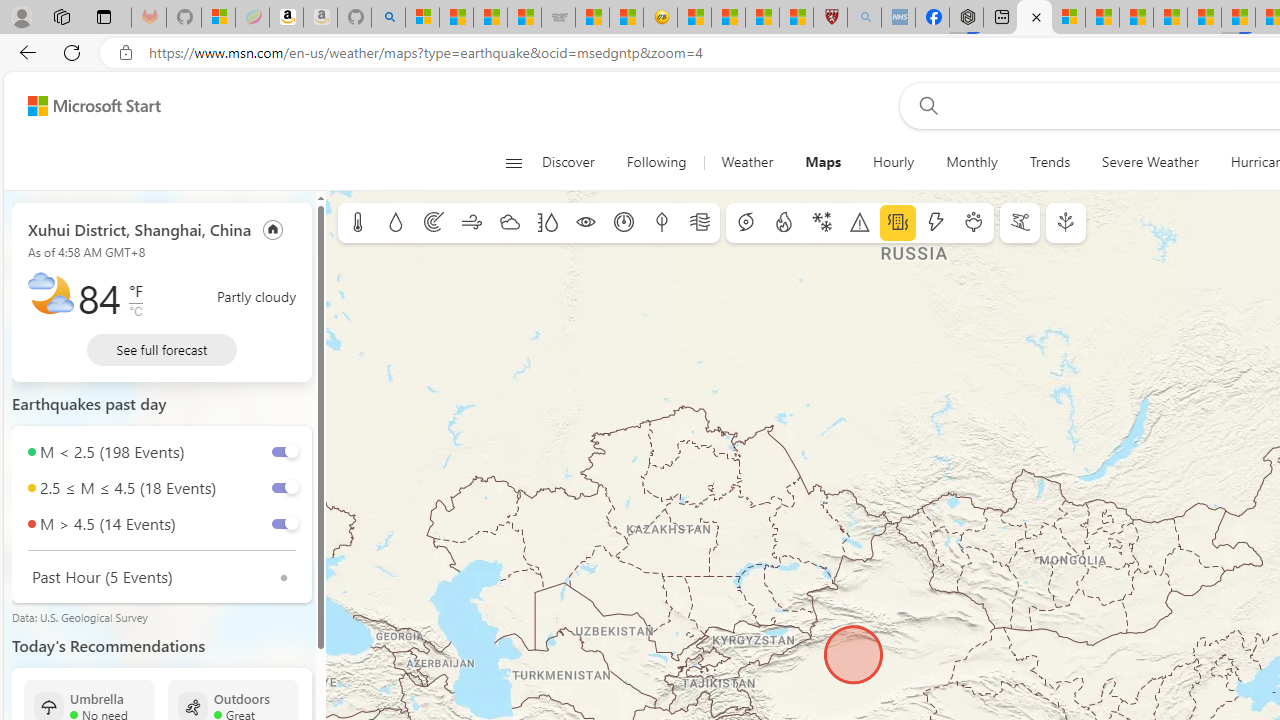  What do you see at coordinates (1150, 162) in the screenshot?
I see `'Severe Weather'` at bounding box center [1150, 162].